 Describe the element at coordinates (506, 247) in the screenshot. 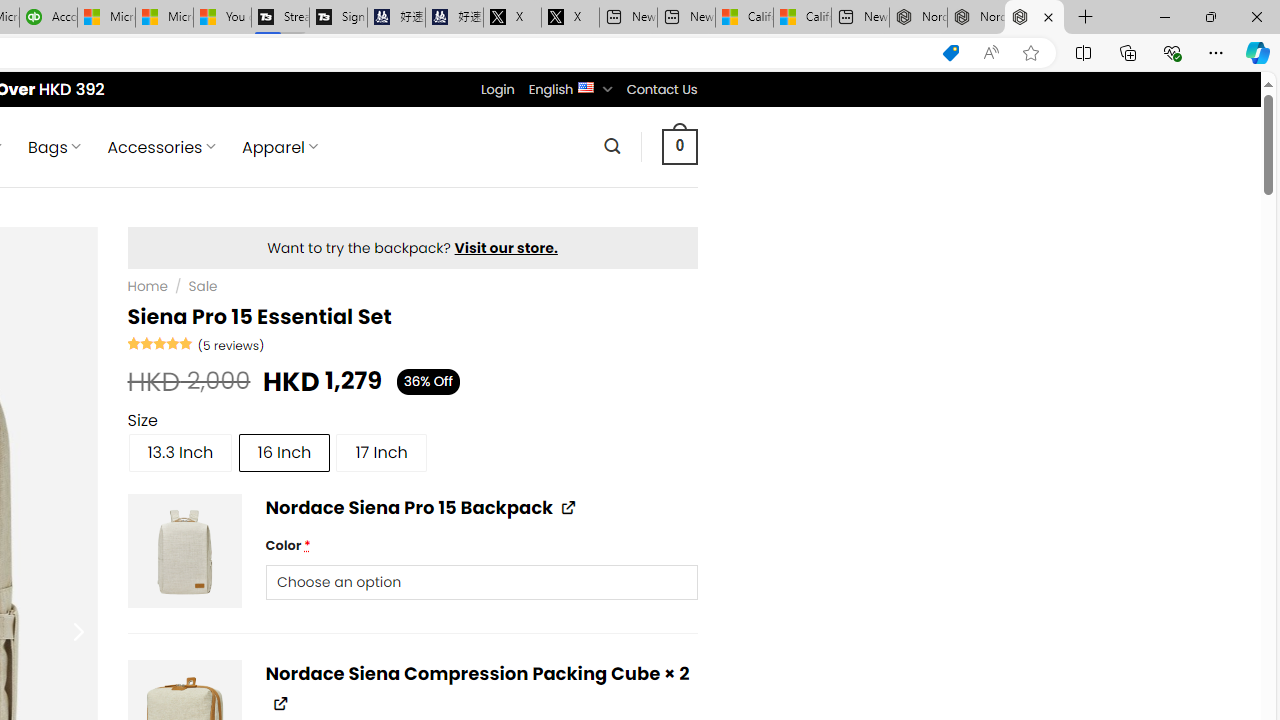

I see `'Visit our store.'` at that location.